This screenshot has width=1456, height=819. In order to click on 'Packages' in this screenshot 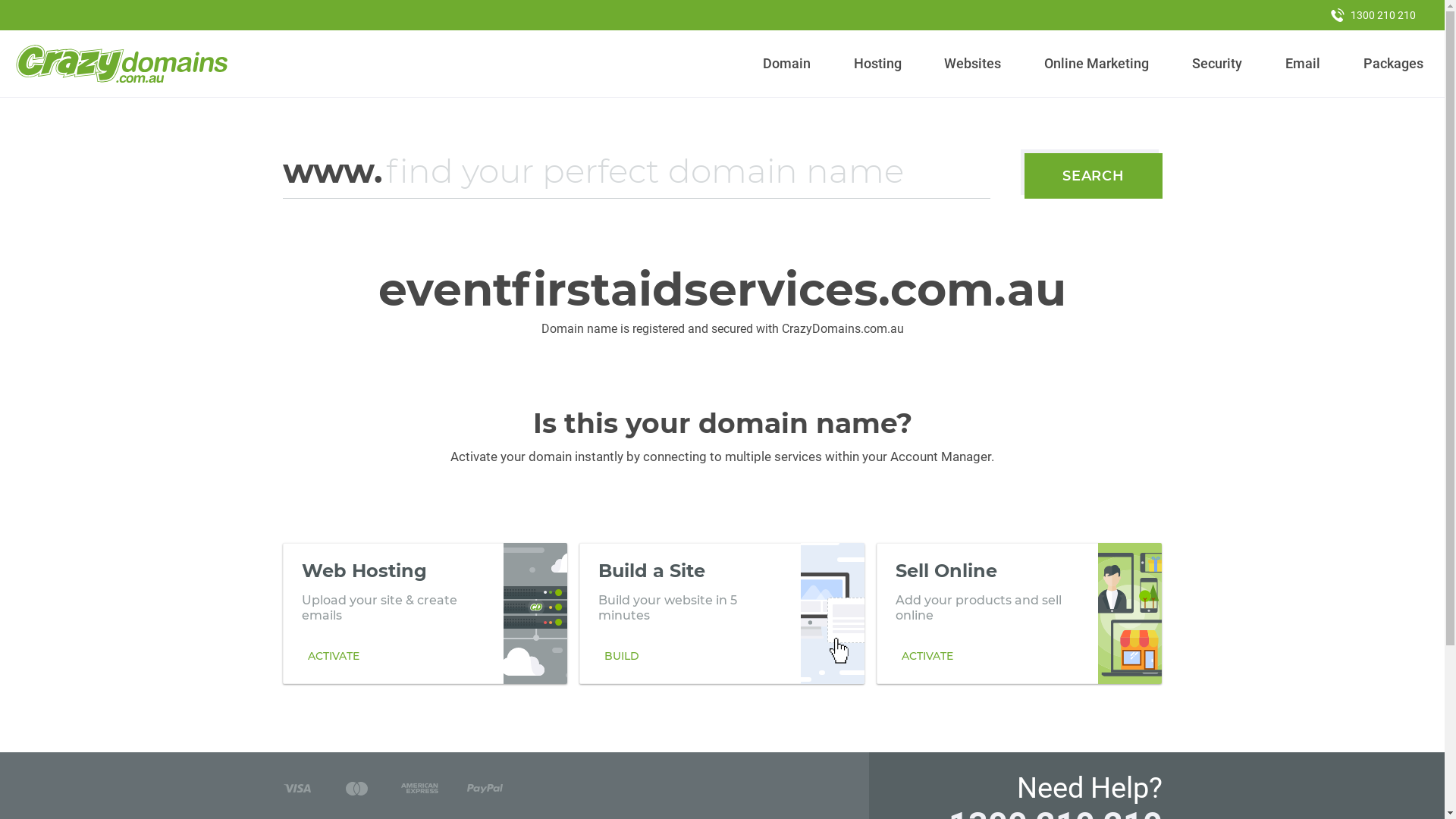, I will do `click(1393, 63)`.